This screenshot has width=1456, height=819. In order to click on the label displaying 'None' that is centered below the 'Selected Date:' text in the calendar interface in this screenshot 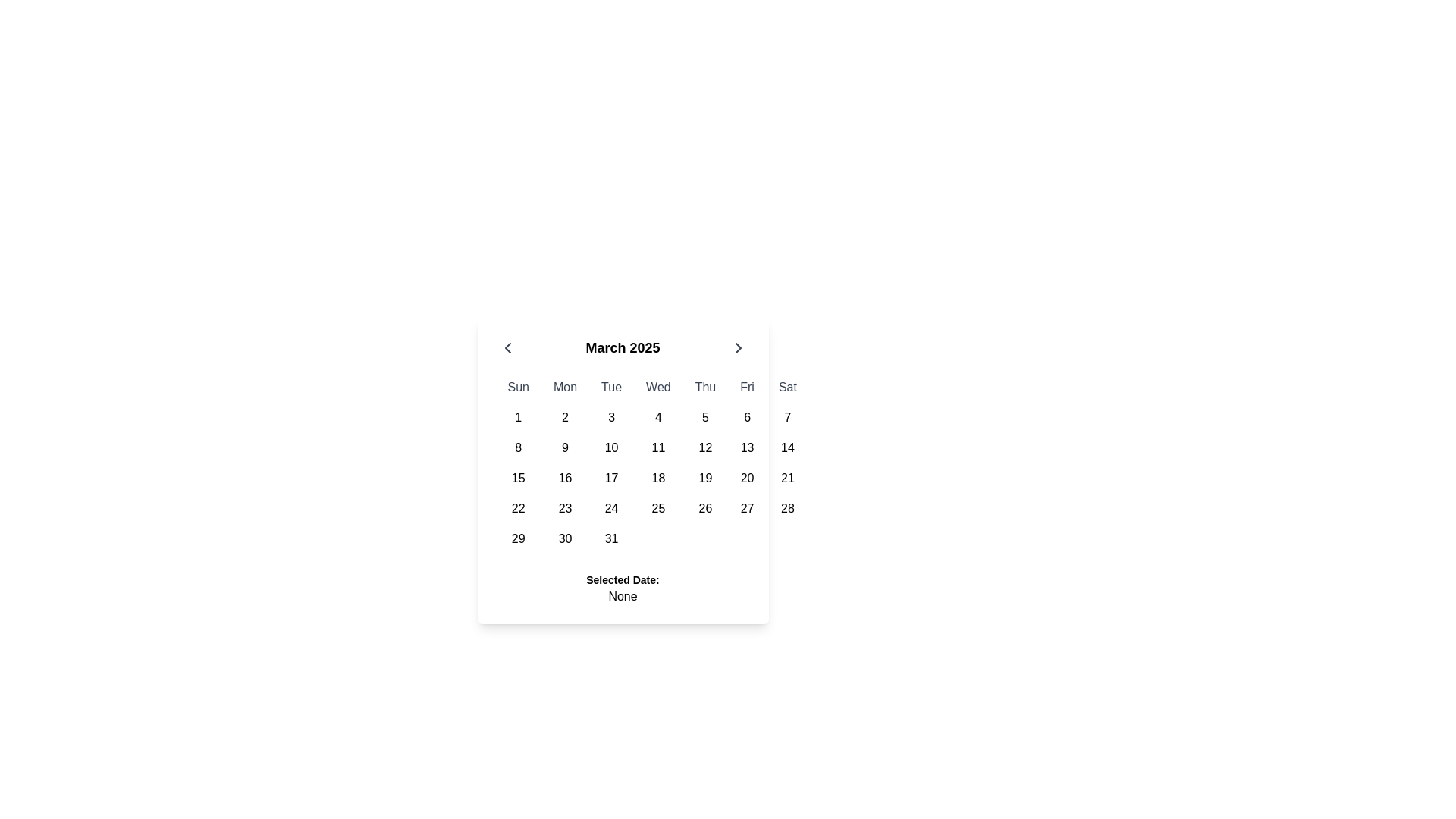, I will do `click(623, 595)`.